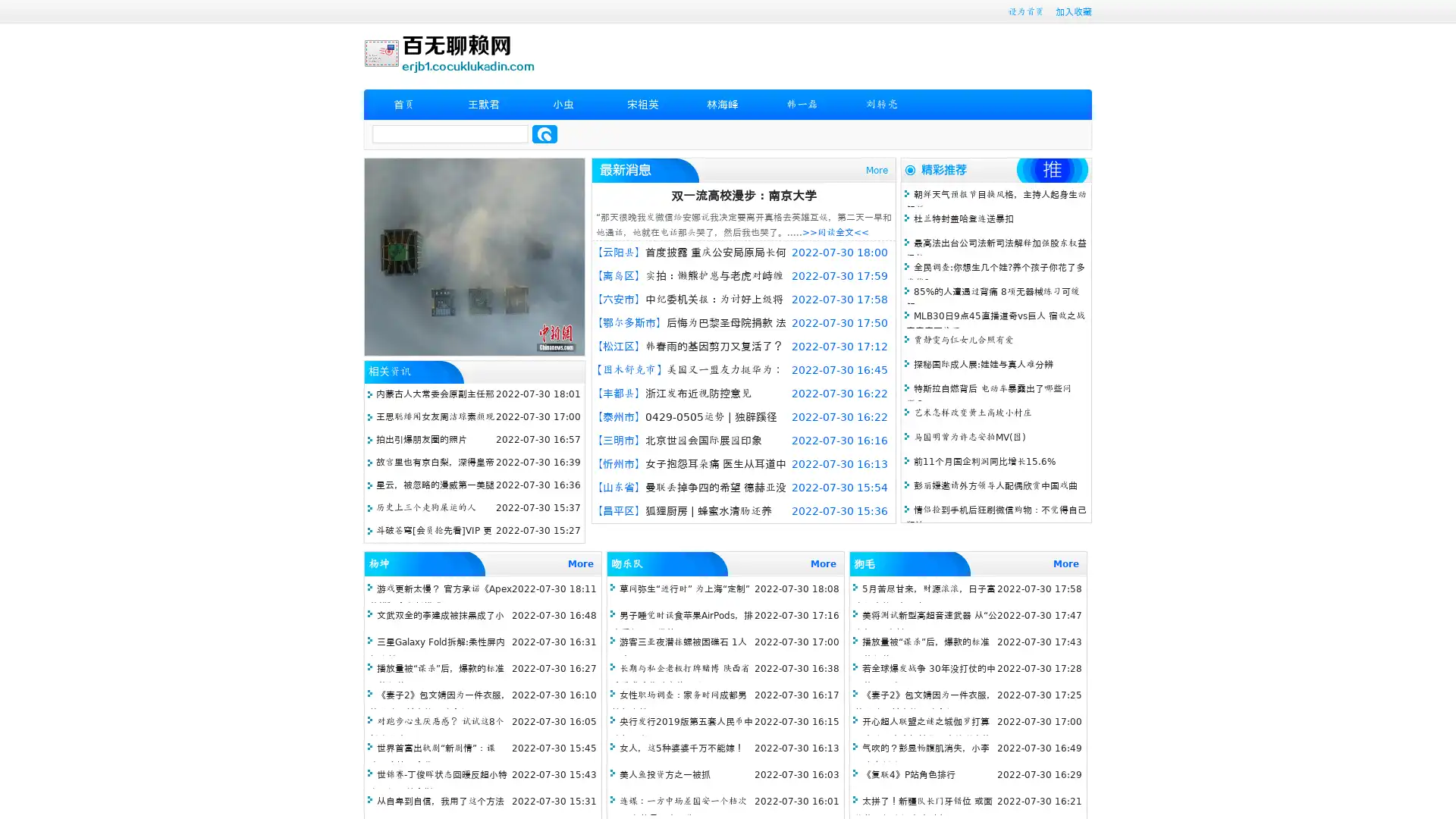 This screenshot has width=1456, height=819. I want to click on Search, so click(544, 133).